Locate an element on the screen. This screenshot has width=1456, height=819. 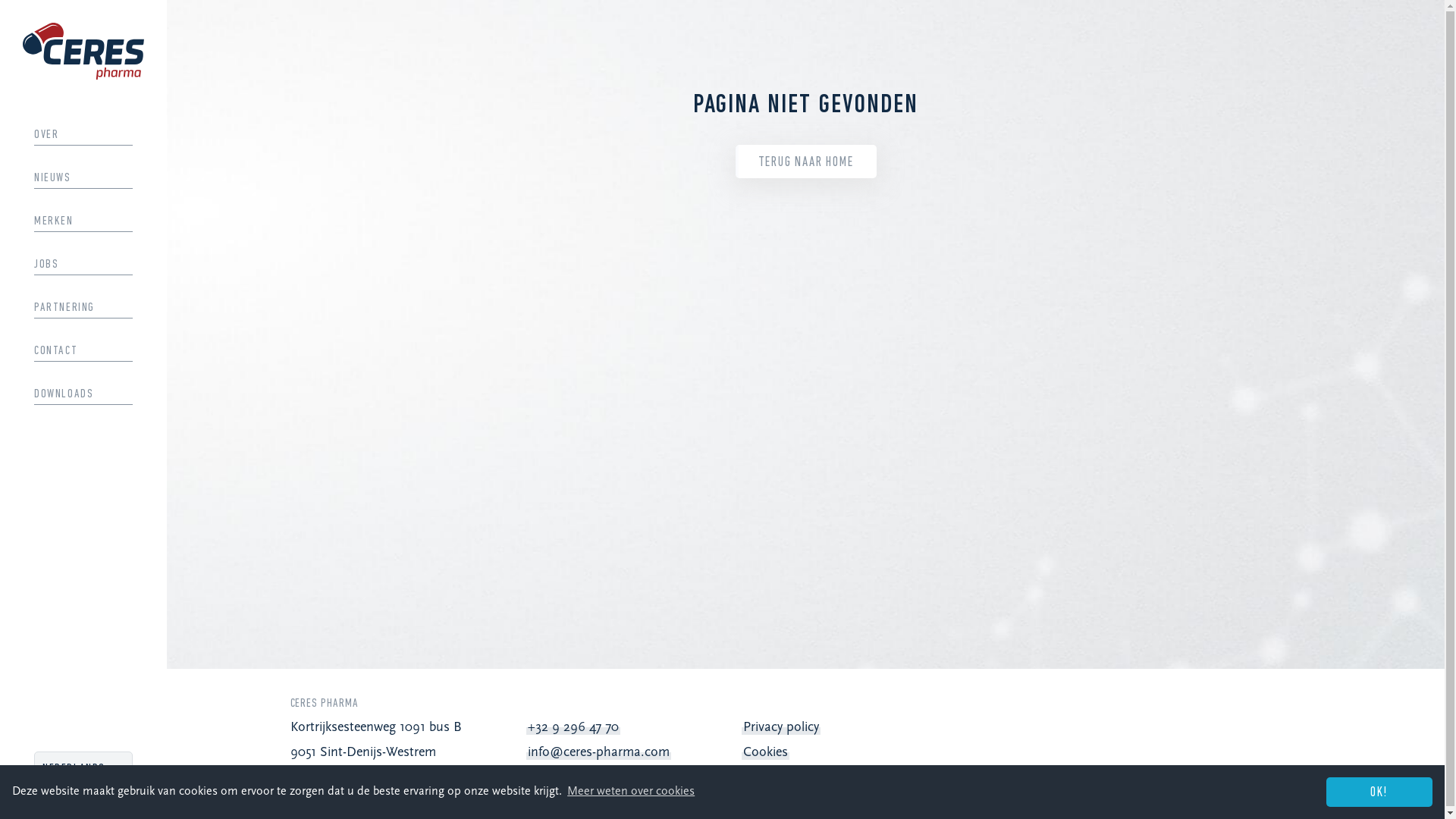
'MERKEN' is located at coordinates (33, 221).